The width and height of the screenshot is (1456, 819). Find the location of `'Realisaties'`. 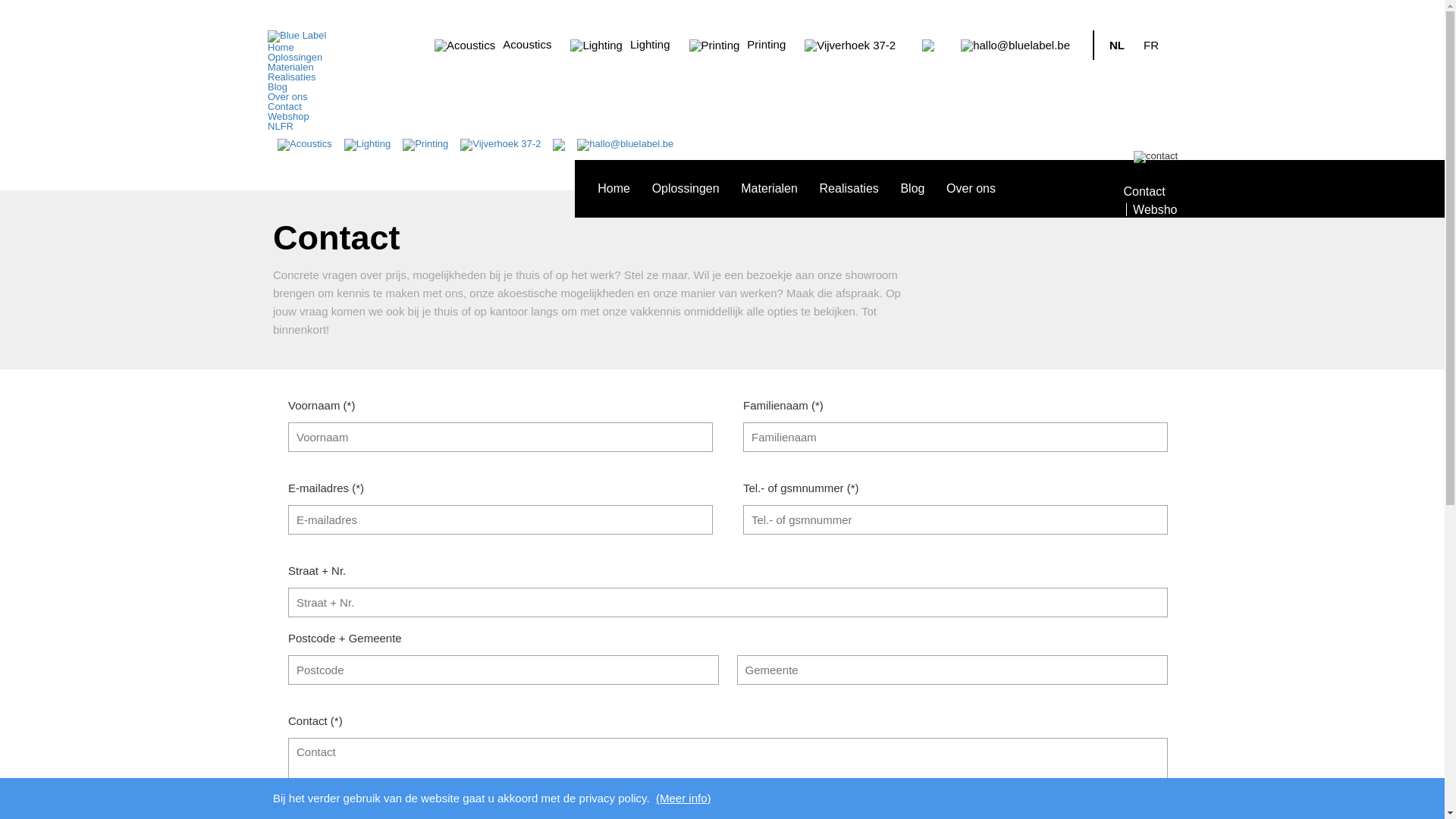

'Realisaties' is located at coordinates (291, 77).